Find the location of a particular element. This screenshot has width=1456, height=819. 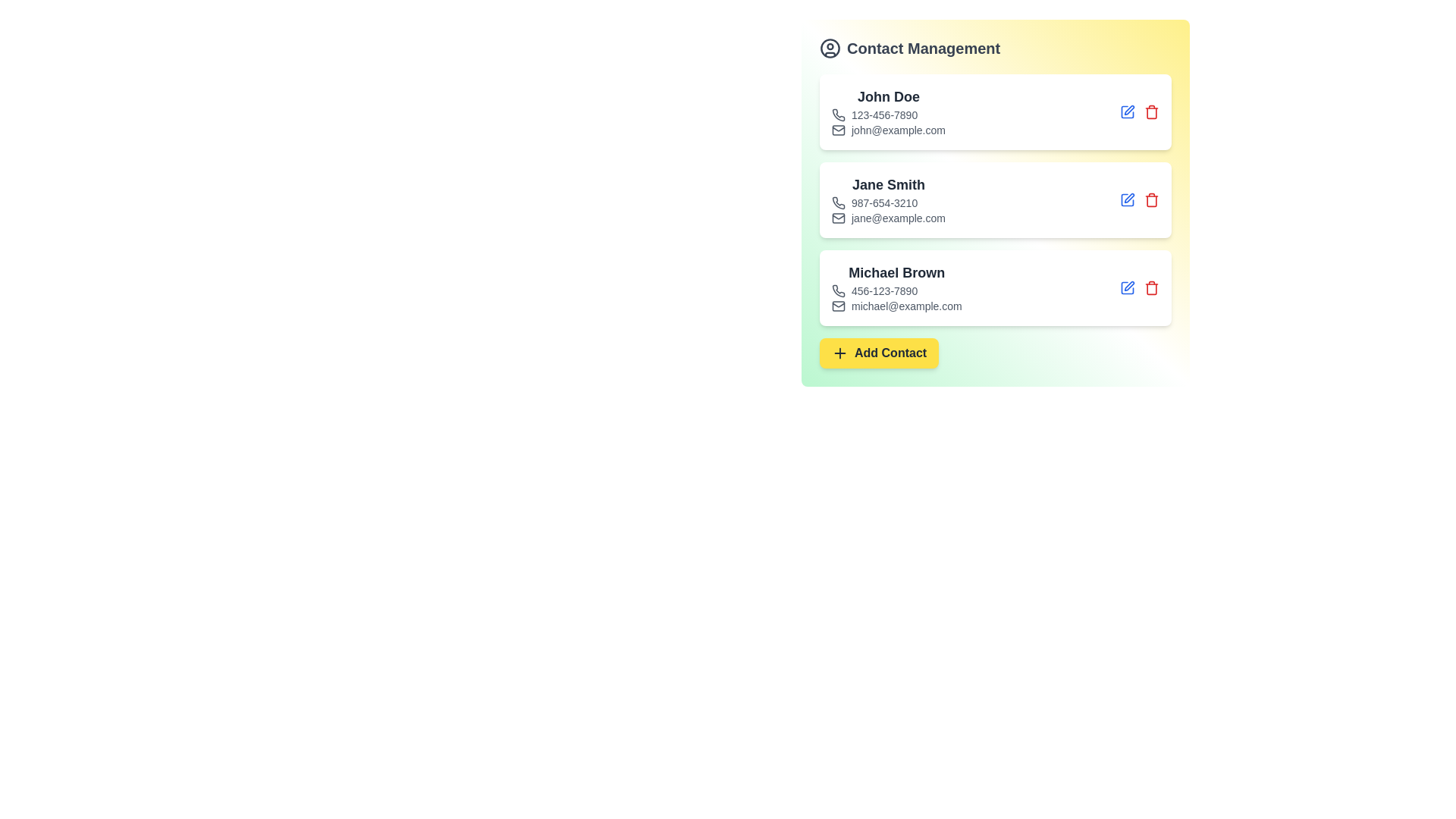

the edit button for the contact with name John Doe is located at coordinates (1128, 111).